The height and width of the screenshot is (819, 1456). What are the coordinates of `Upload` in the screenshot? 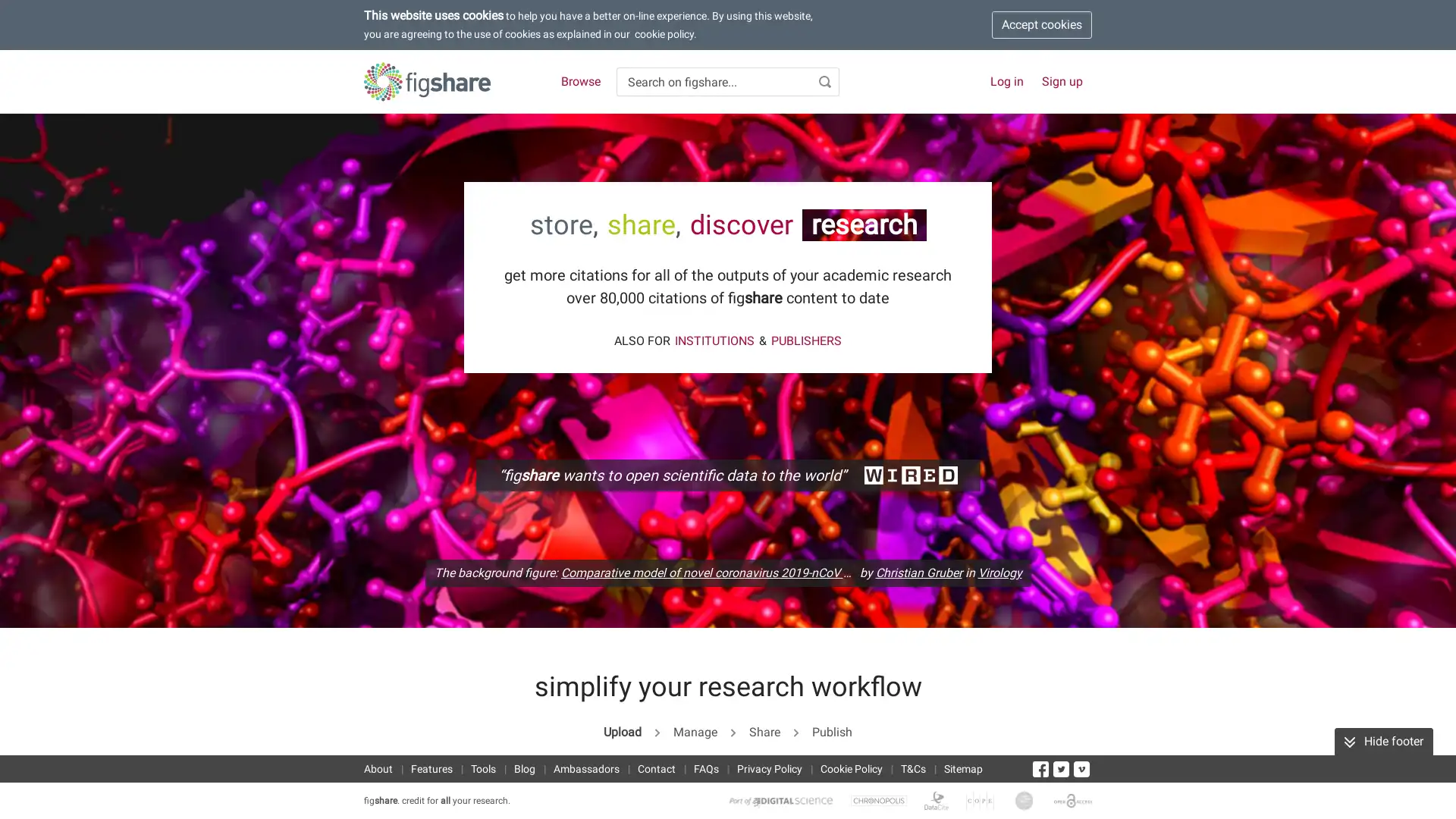 It's located at (622, 731).